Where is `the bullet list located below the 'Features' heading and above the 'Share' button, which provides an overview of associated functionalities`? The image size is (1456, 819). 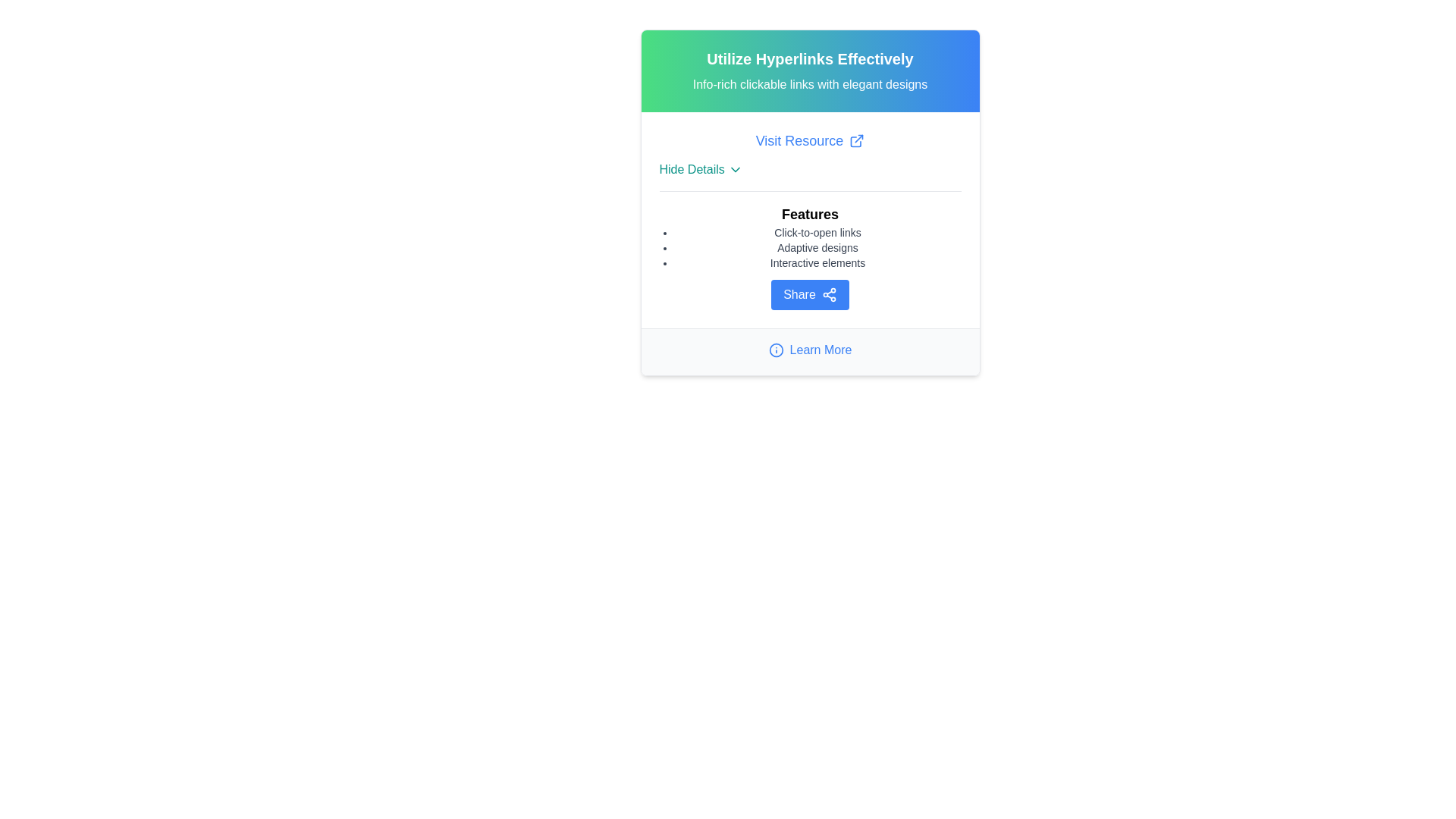 the bullet list located below the 'Features' heading and above the 'Share' button, which provides an overview of associated functionalities is located at coordinates (817, 247).